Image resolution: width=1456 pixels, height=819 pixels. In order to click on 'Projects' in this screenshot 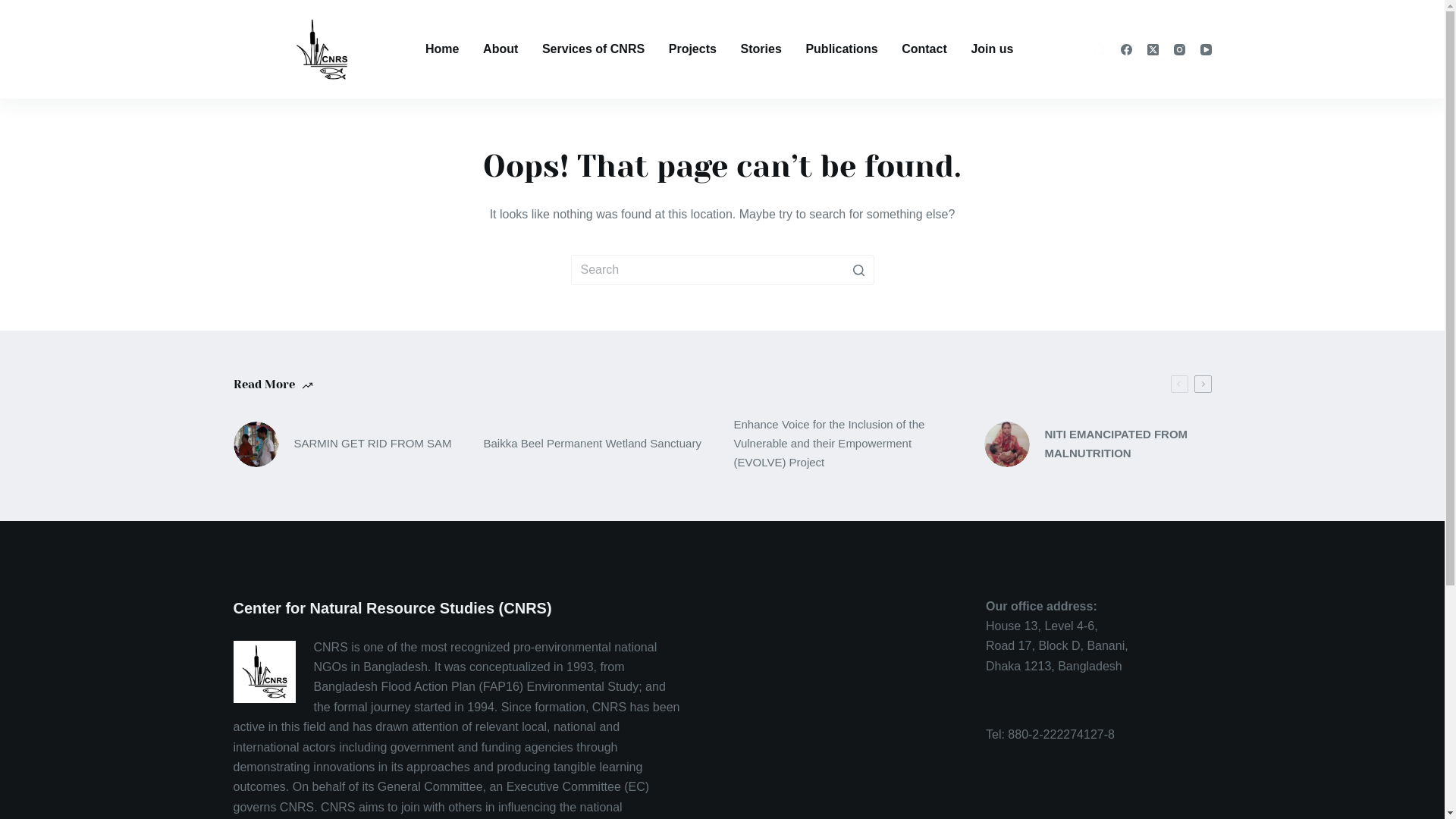, I will do `click(691, 49)`.